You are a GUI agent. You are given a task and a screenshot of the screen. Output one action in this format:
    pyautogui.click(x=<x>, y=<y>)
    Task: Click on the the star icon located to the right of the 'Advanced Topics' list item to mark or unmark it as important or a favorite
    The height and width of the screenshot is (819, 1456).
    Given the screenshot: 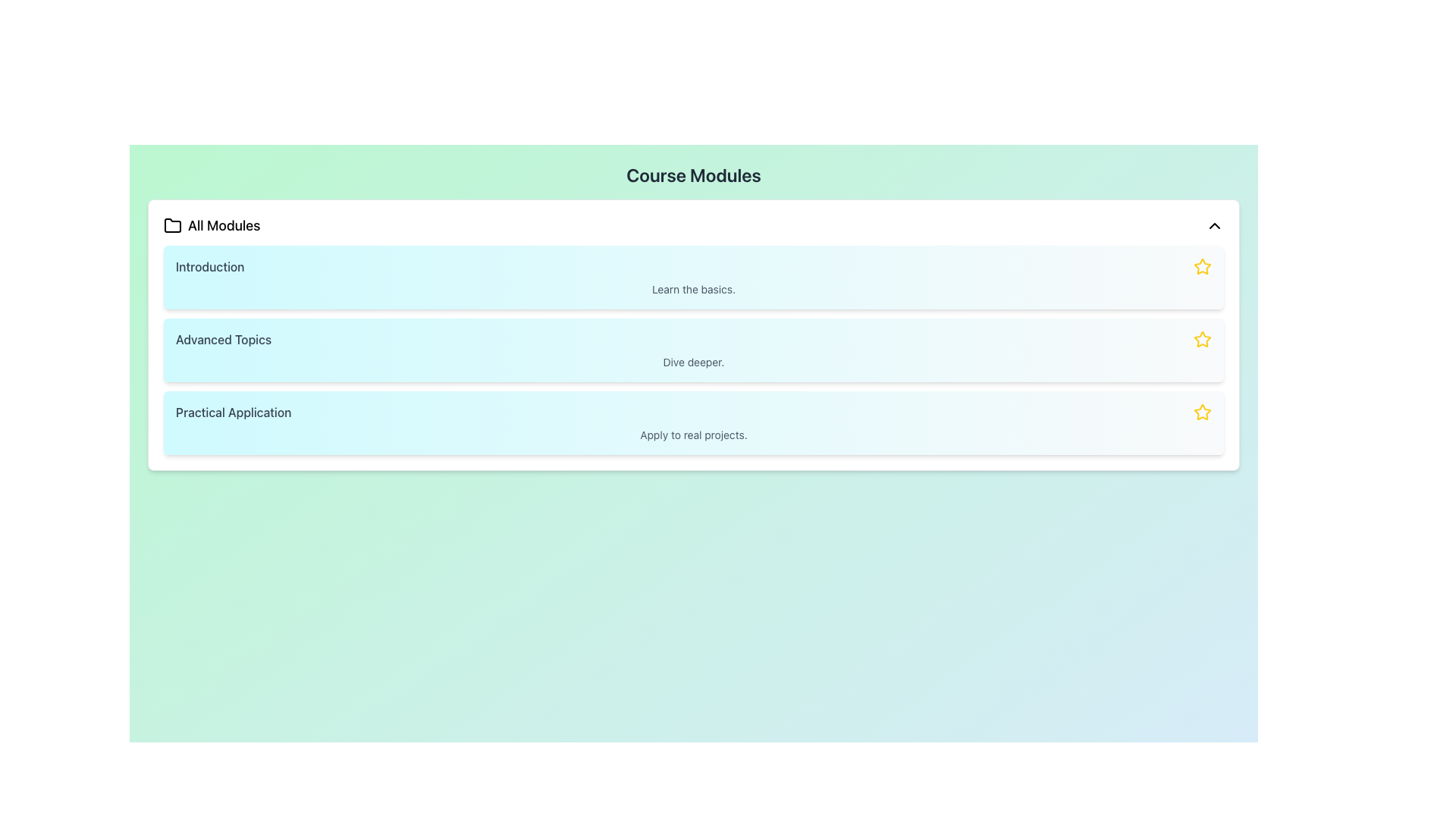 What is the action you would take?
    pyautogui.click(x=1201, y=412)
    